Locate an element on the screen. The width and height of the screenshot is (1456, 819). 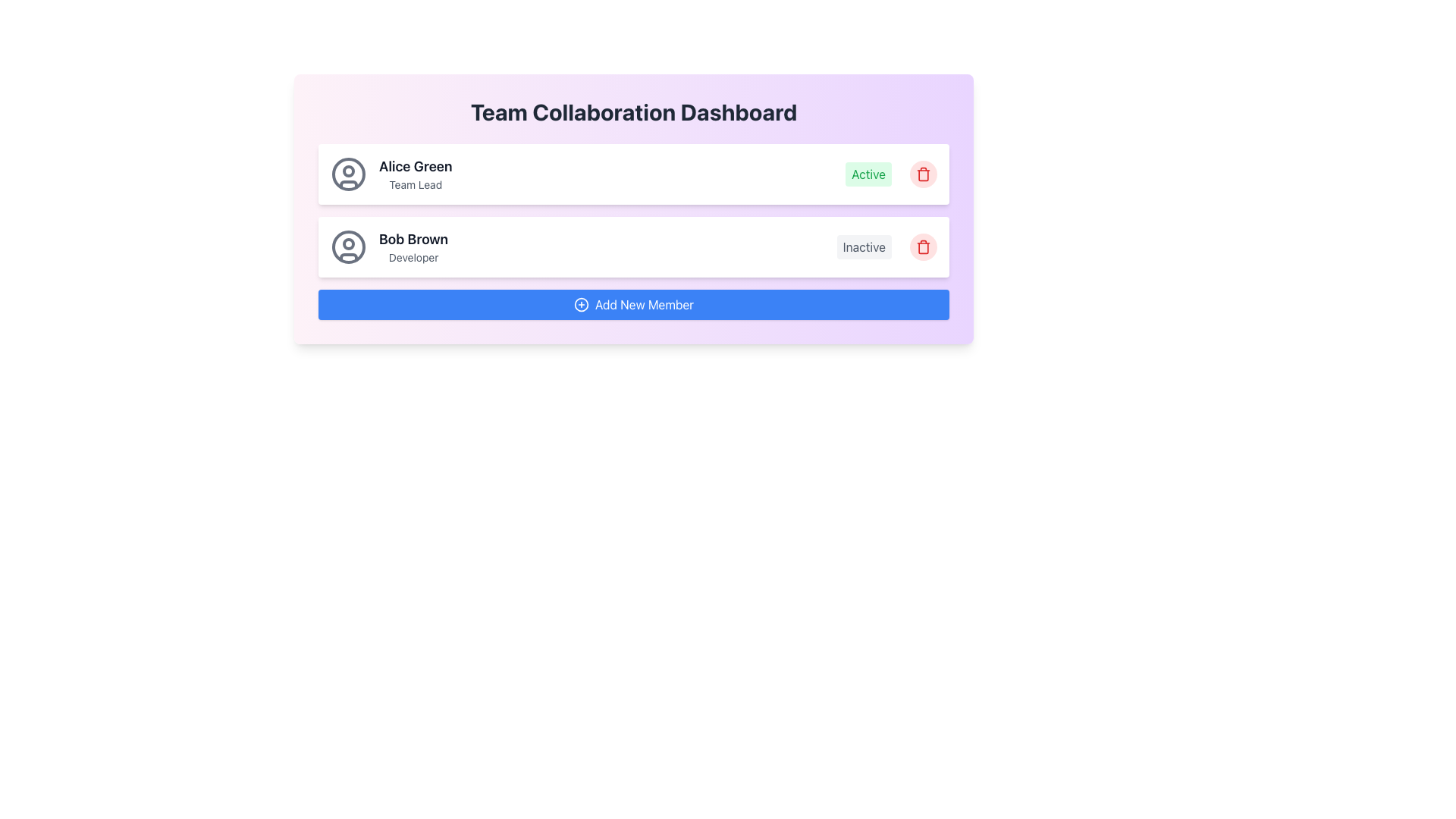
the text label displaying the name 'Alice Green' which is positioned above the text 'Team Lead' within a purple gradient card is located at coordinates (416, 166).